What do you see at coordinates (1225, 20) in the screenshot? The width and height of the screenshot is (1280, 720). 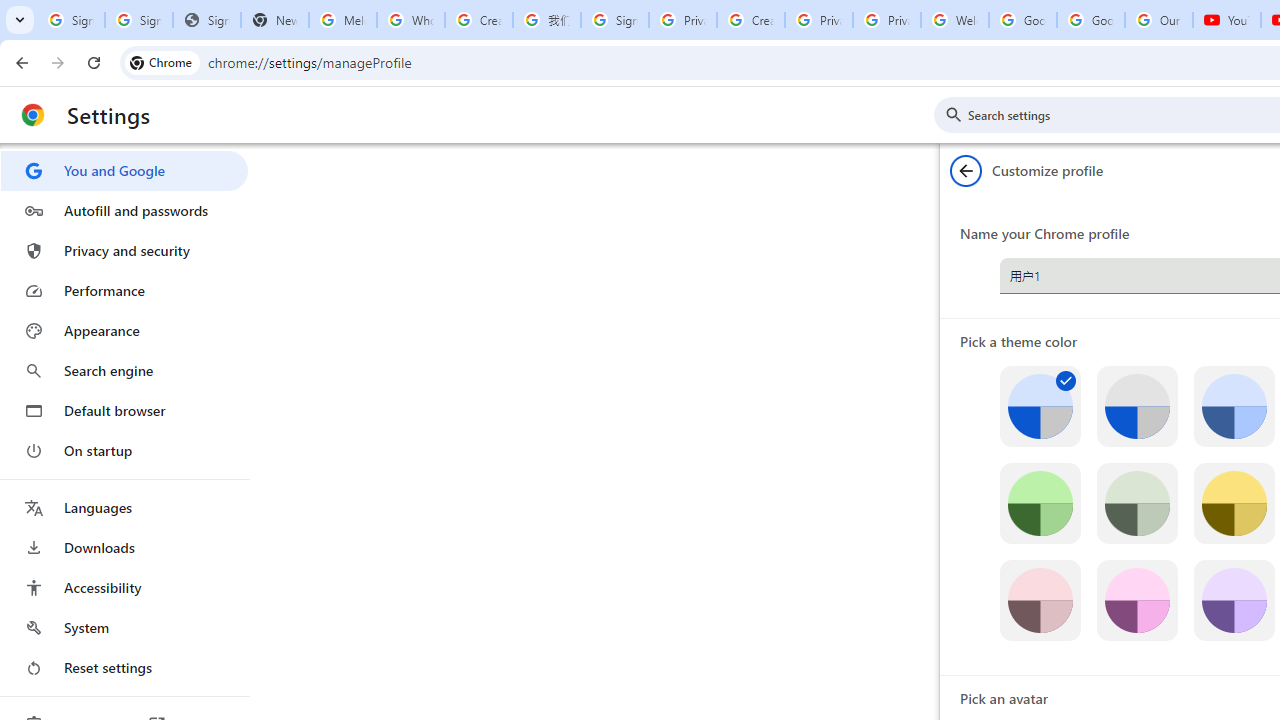 I see `'YouTube'` at bounding box center [1225, 20].